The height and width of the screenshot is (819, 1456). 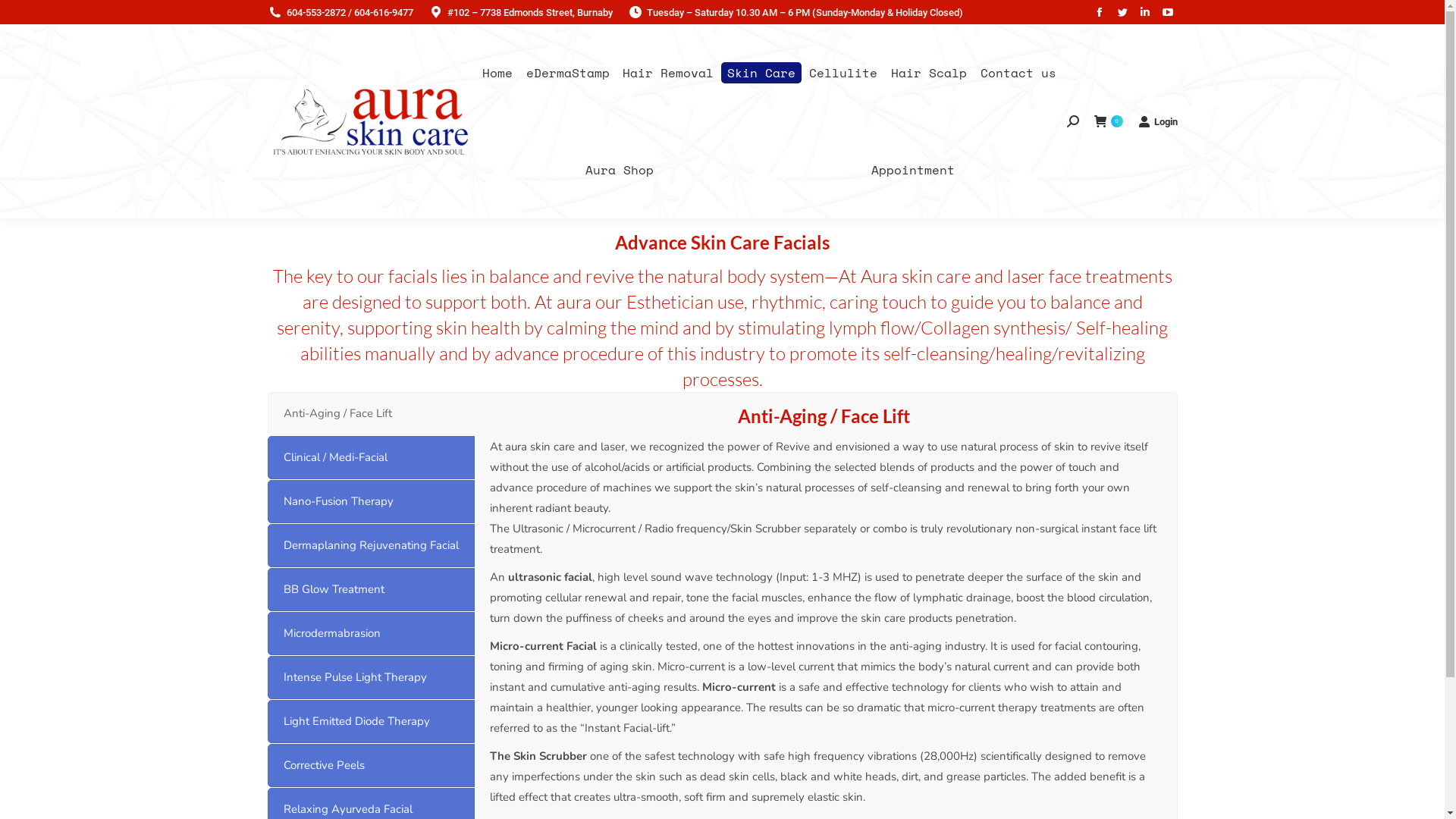 I want to click on 'Contact us', so click(x=1018, y=73).